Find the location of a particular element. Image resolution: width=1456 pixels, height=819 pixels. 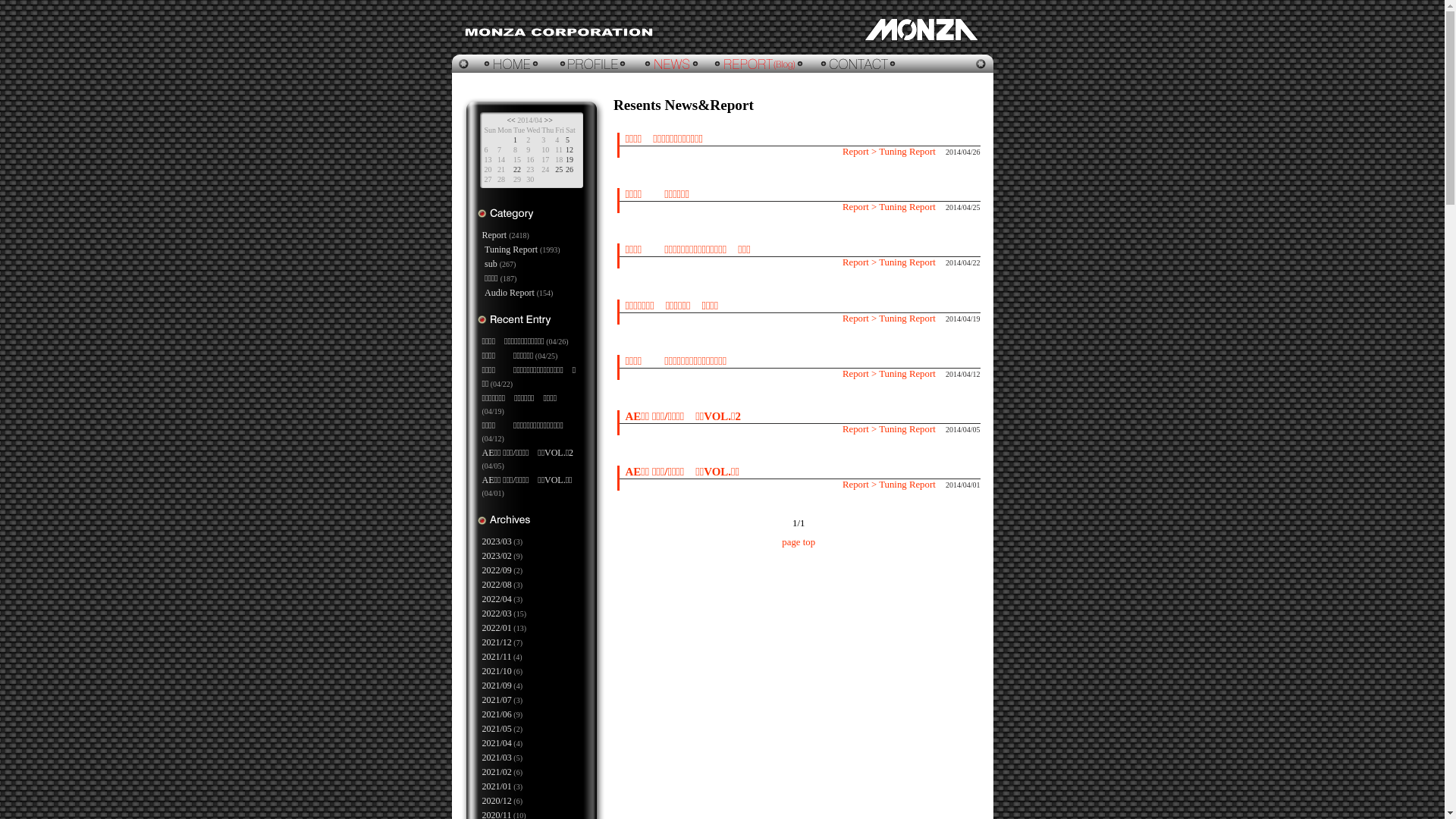

'sub' is located at coordinates (483, 262).